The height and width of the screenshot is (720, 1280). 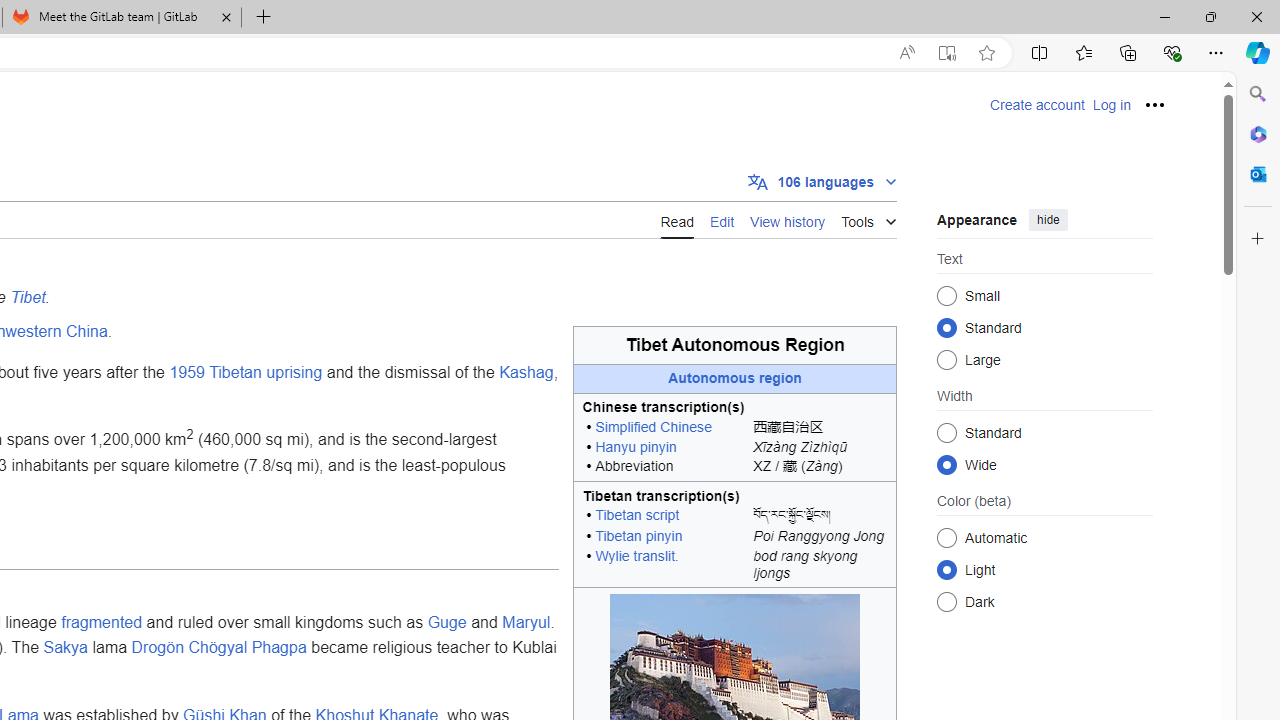 What do you see at coordinates (734, 379) in the screenshot?
I see `'Autonomous region'` at bounding box center [734, 379].